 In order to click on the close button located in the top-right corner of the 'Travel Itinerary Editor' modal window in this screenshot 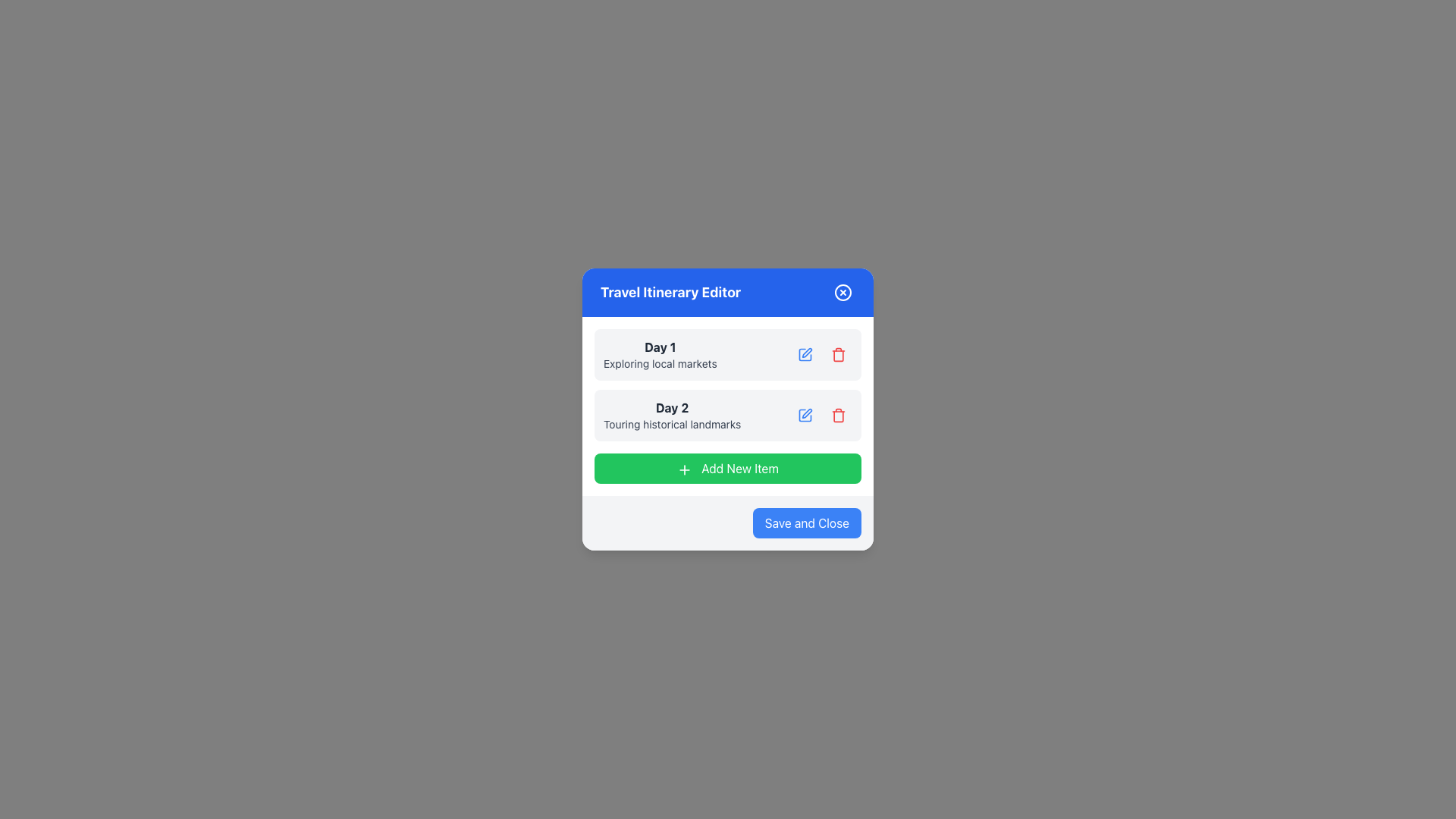, I will do `click(843, 292)`.